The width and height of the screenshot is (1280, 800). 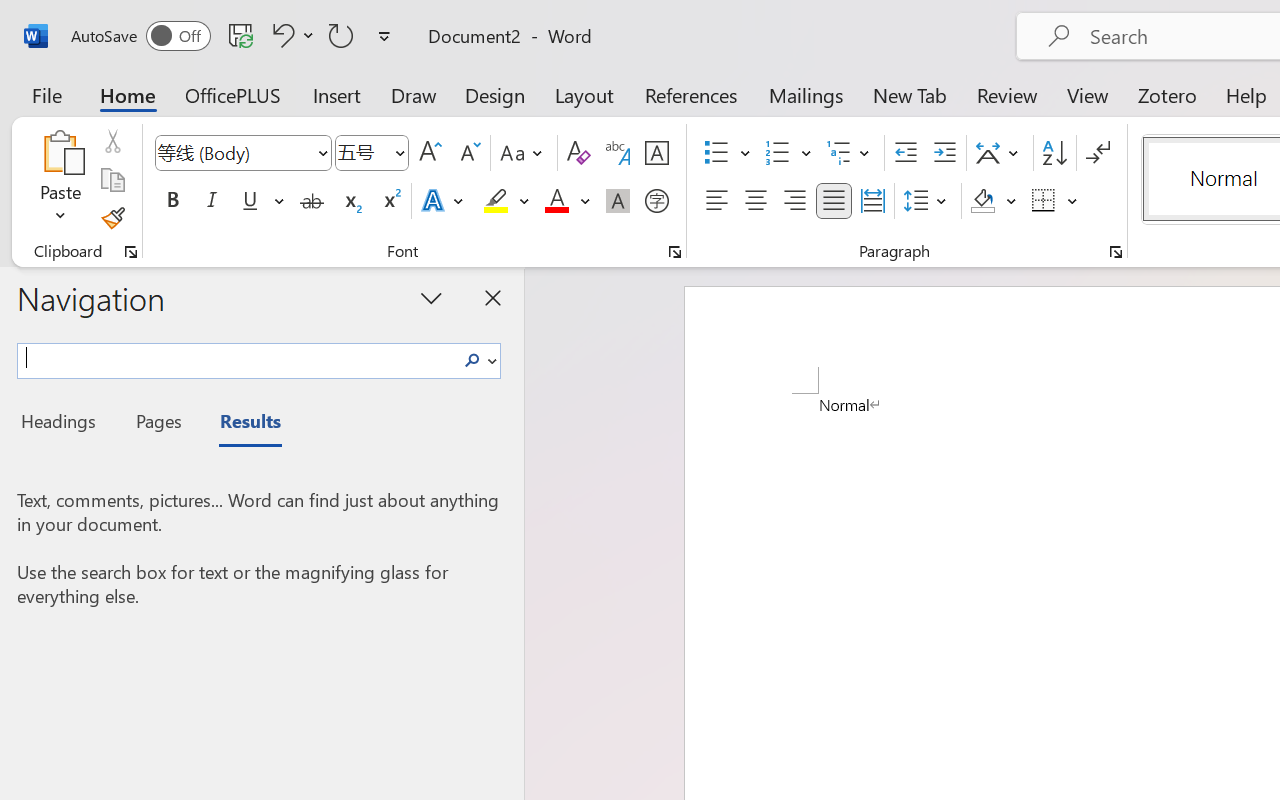 I want to click on 'Character Border', so click(x=656, y=153).